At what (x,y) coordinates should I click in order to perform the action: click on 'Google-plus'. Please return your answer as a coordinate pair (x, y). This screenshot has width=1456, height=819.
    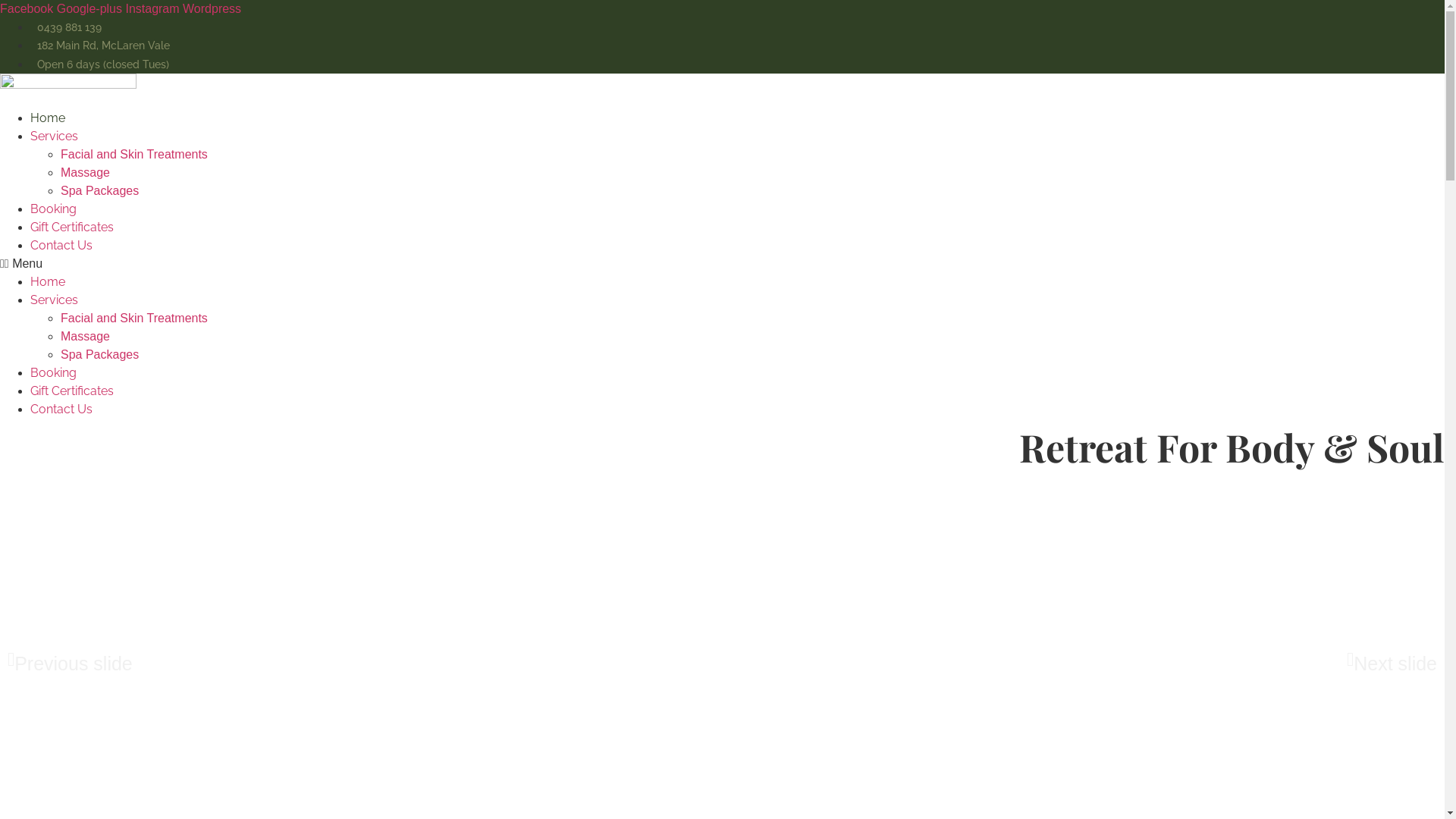
    Looking at the image, I should click on (90, 8).